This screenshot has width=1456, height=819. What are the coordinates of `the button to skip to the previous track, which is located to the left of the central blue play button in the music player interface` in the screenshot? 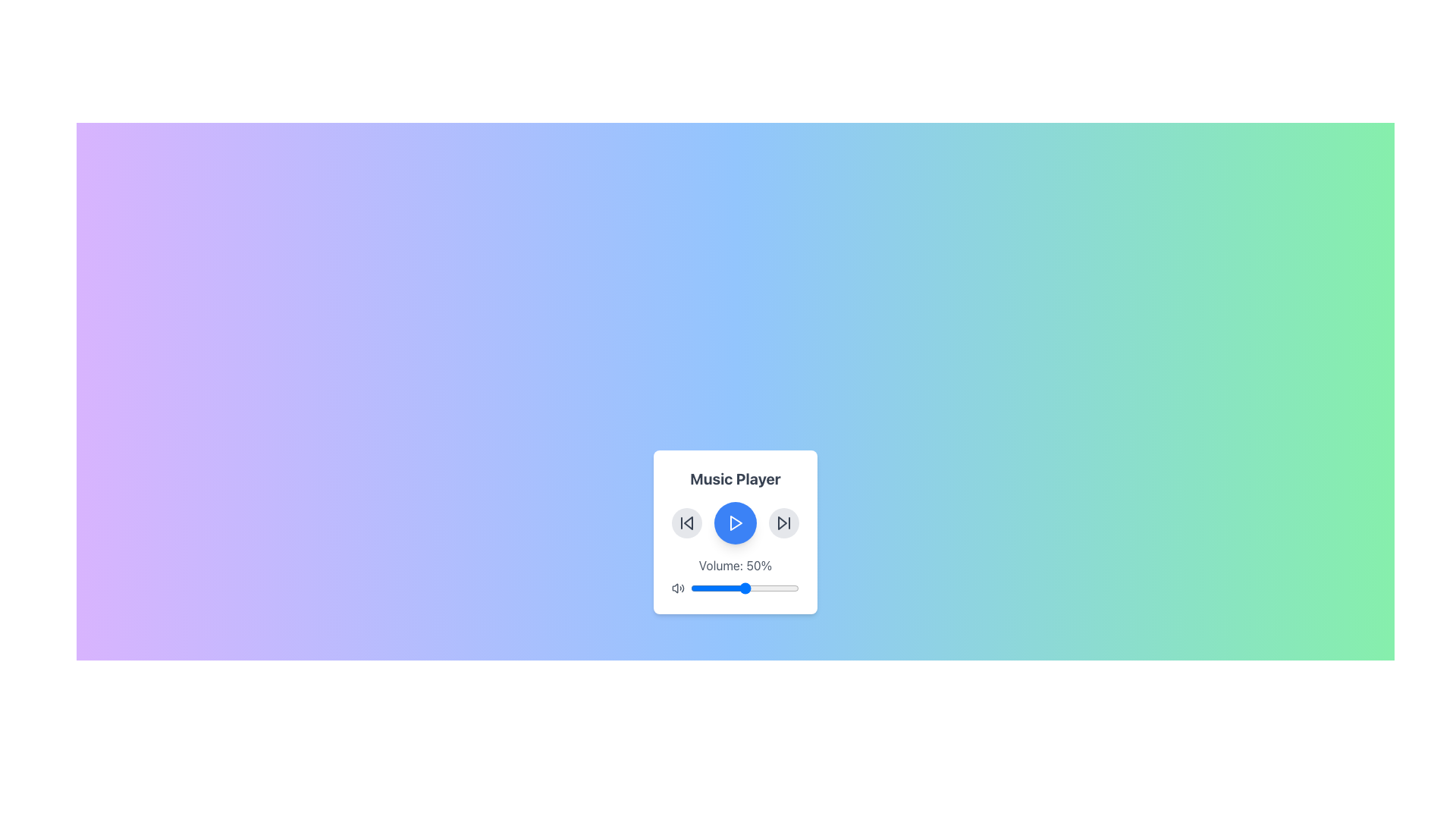 It's located at (686, 522).